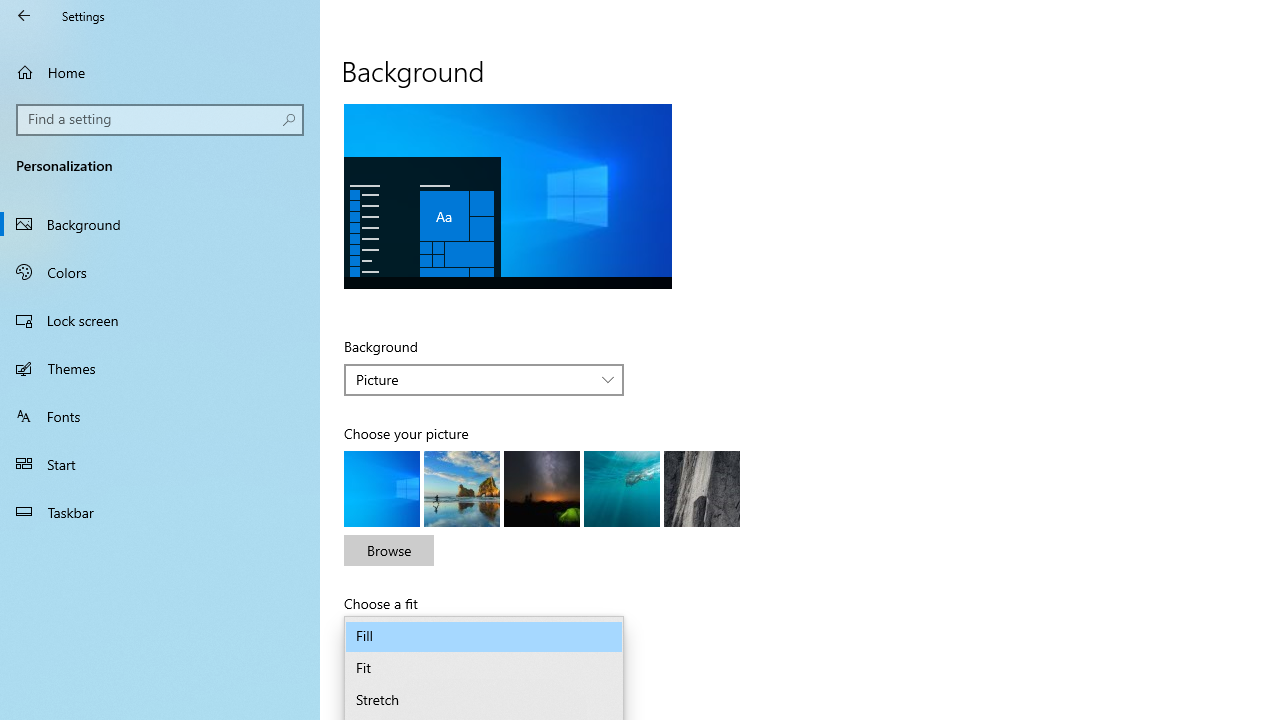  I want to click on 'Lock screen', so click(160, 319).